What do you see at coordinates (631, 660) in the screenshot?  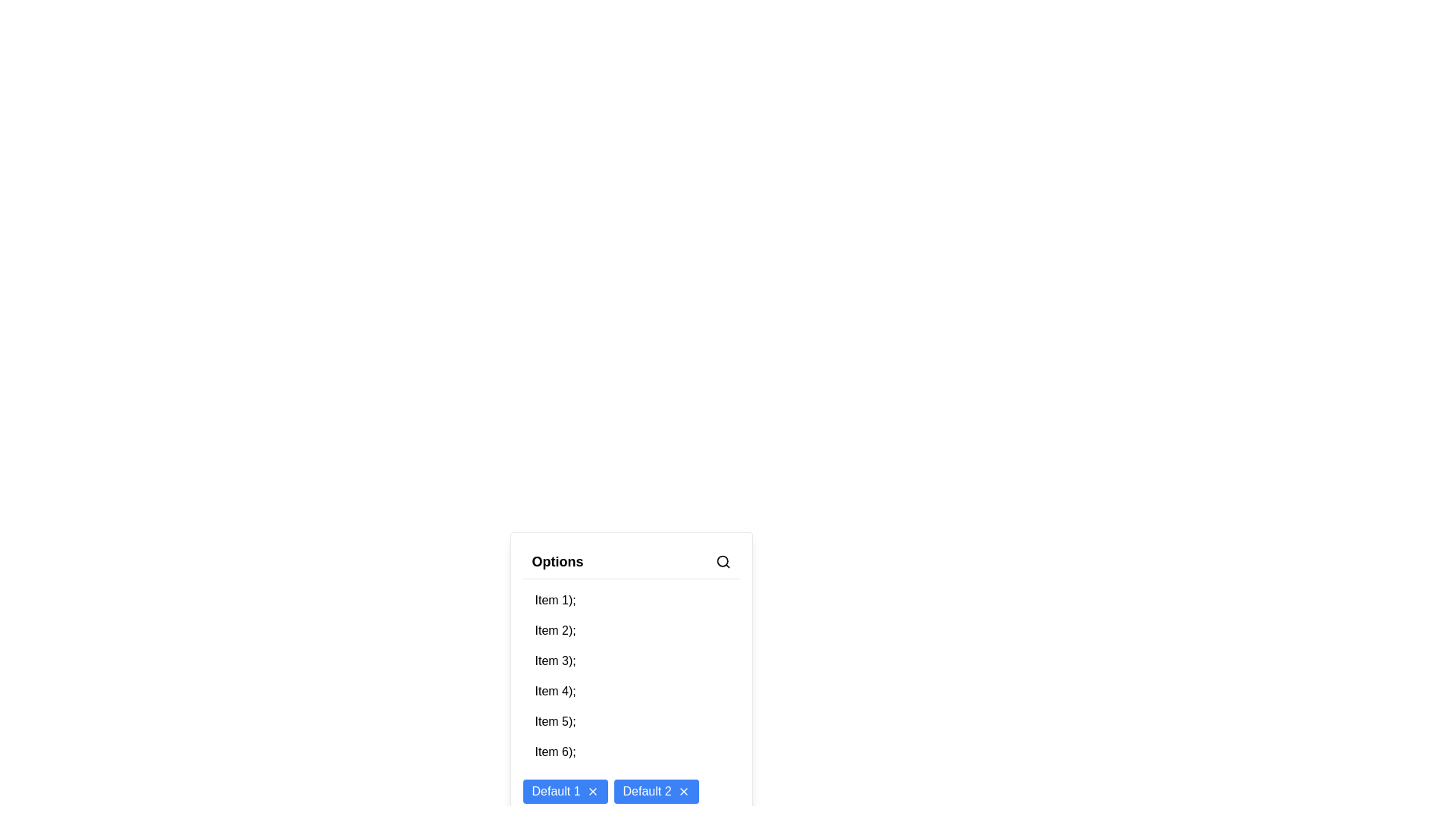 I see `the third item in the vertical list of selectable options, visually suggesting it could be clicked or highlighted` at bounding box center [631, 660].